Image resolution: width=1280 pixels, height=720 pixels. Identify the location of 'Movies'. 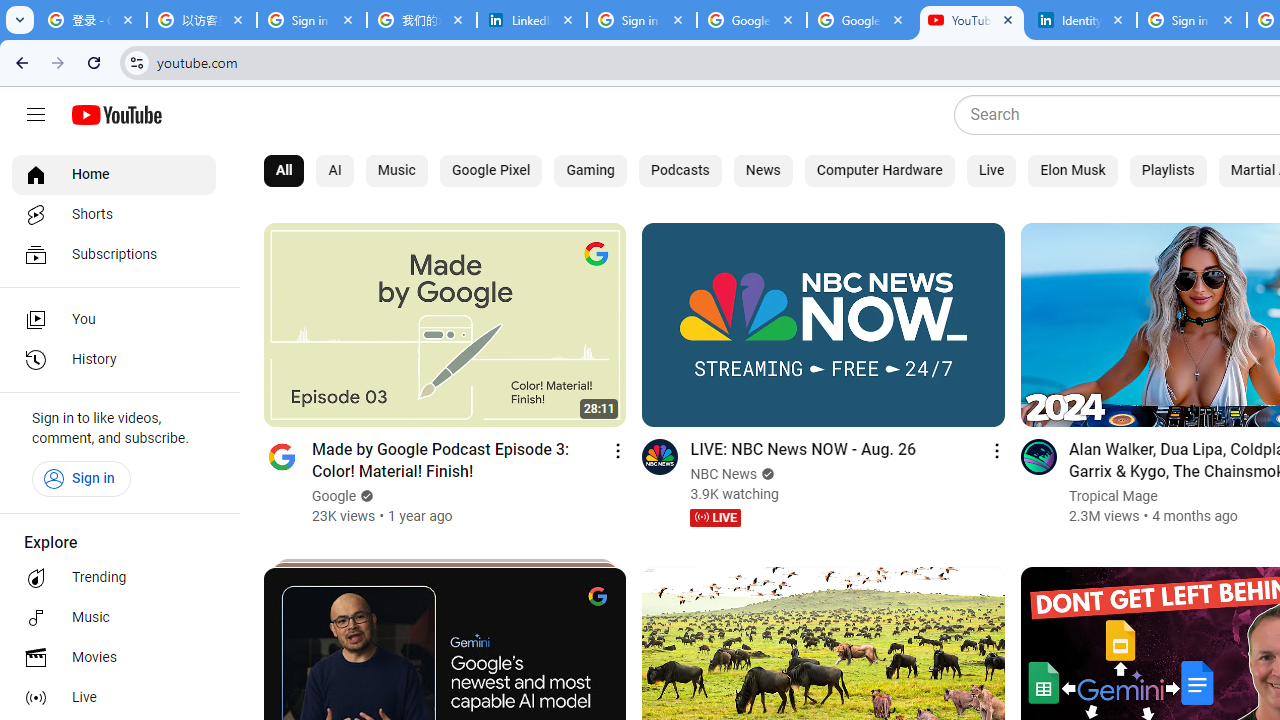
(112, 658).